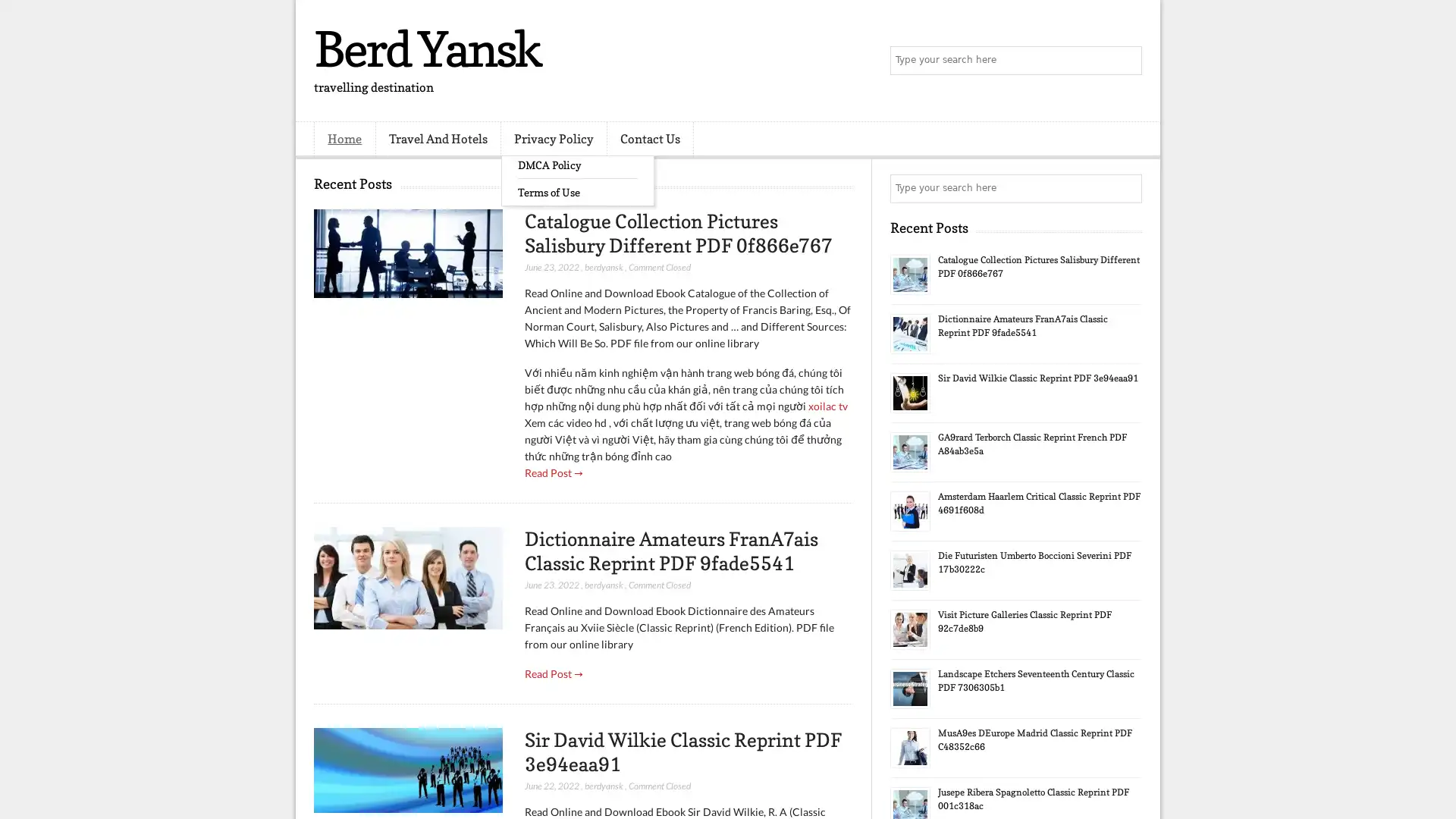  I want to click on Search, so click(1126, 188).